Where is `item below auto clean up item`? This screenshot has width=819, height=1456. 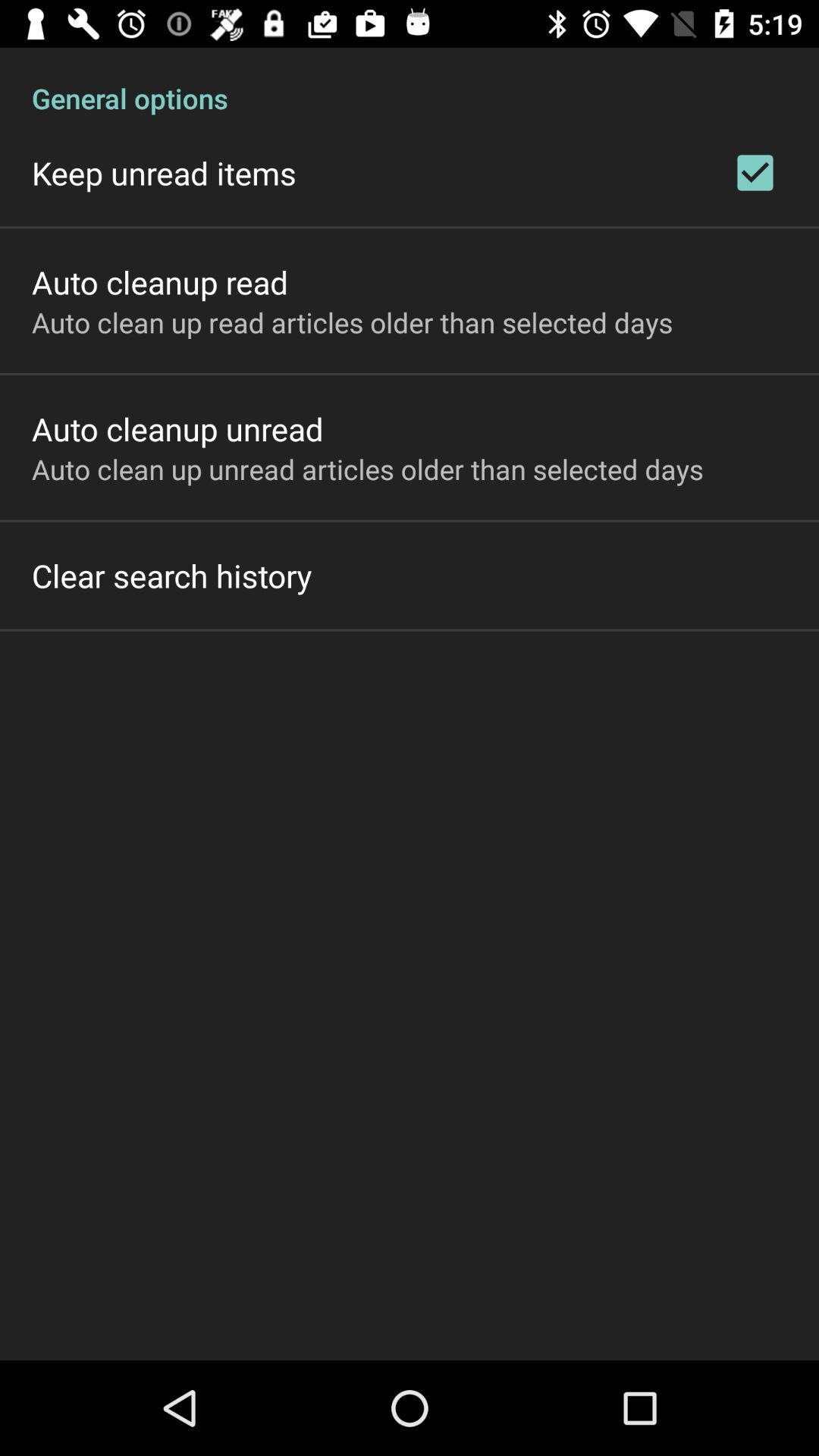 item below auto clean up item is located at coordinates (171, 574).